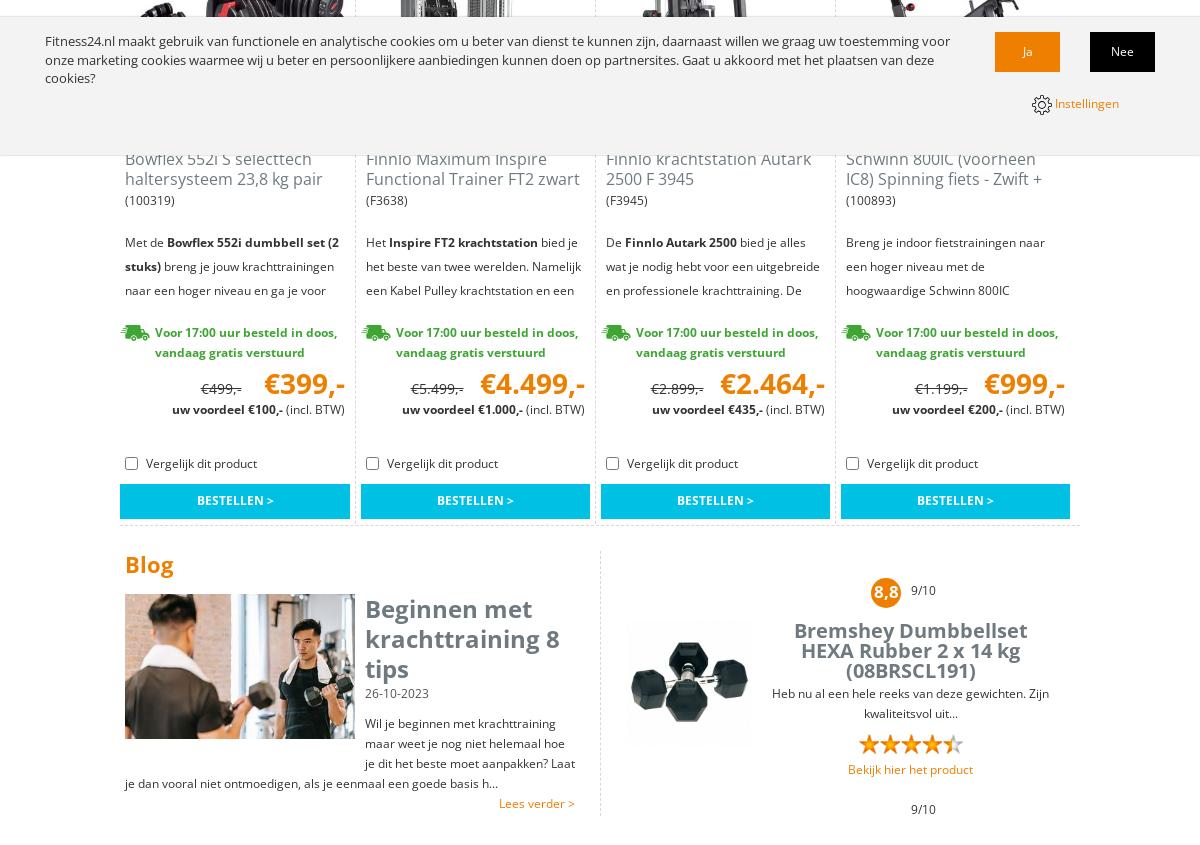 The height and width of the screenshot is (845, 1200). Describe the element at coordinates (230, 254) in the screenshot. I see `'Bowflex 552i dumbbell set (2 stuks)'` at that location.